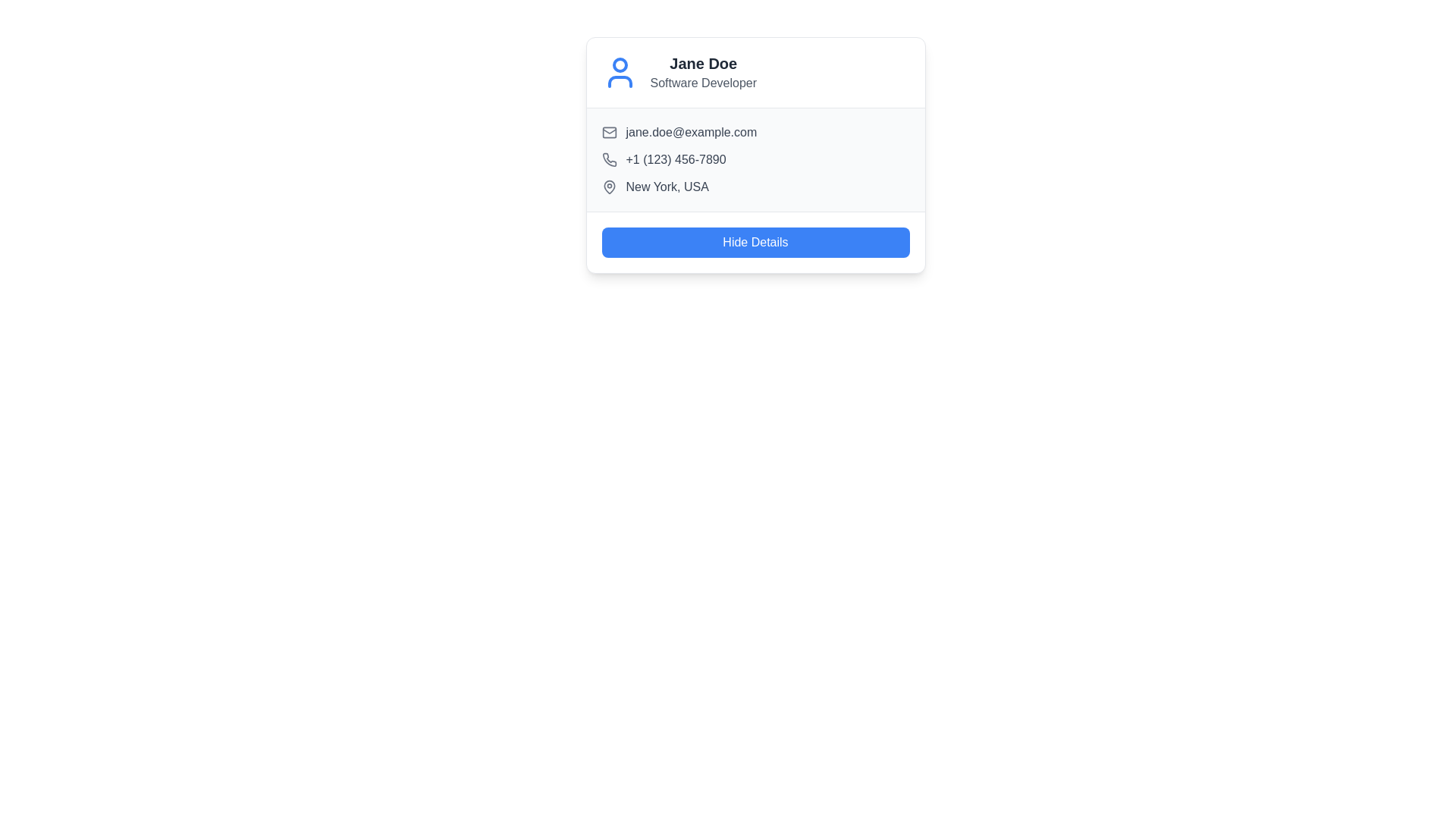 This screenshot has height=819, width=1456. What do you see at coordinates (609, 131) in the screenshot?
I see `the gray envelope-shaped icon indicating email, located to the left of the text 'jane.doe@example.com'` at bounding box center [609, 131].